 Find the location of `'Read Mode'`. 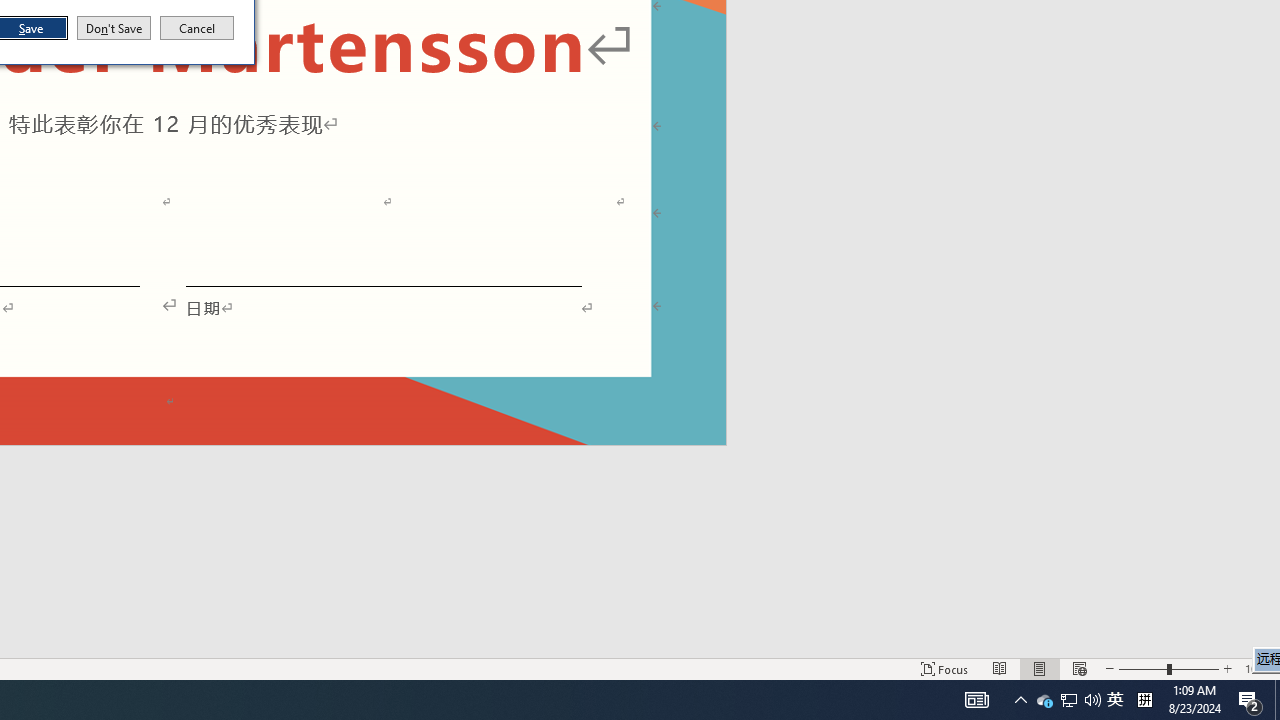

'Read Mode' is located at coordinates (1000, 669).